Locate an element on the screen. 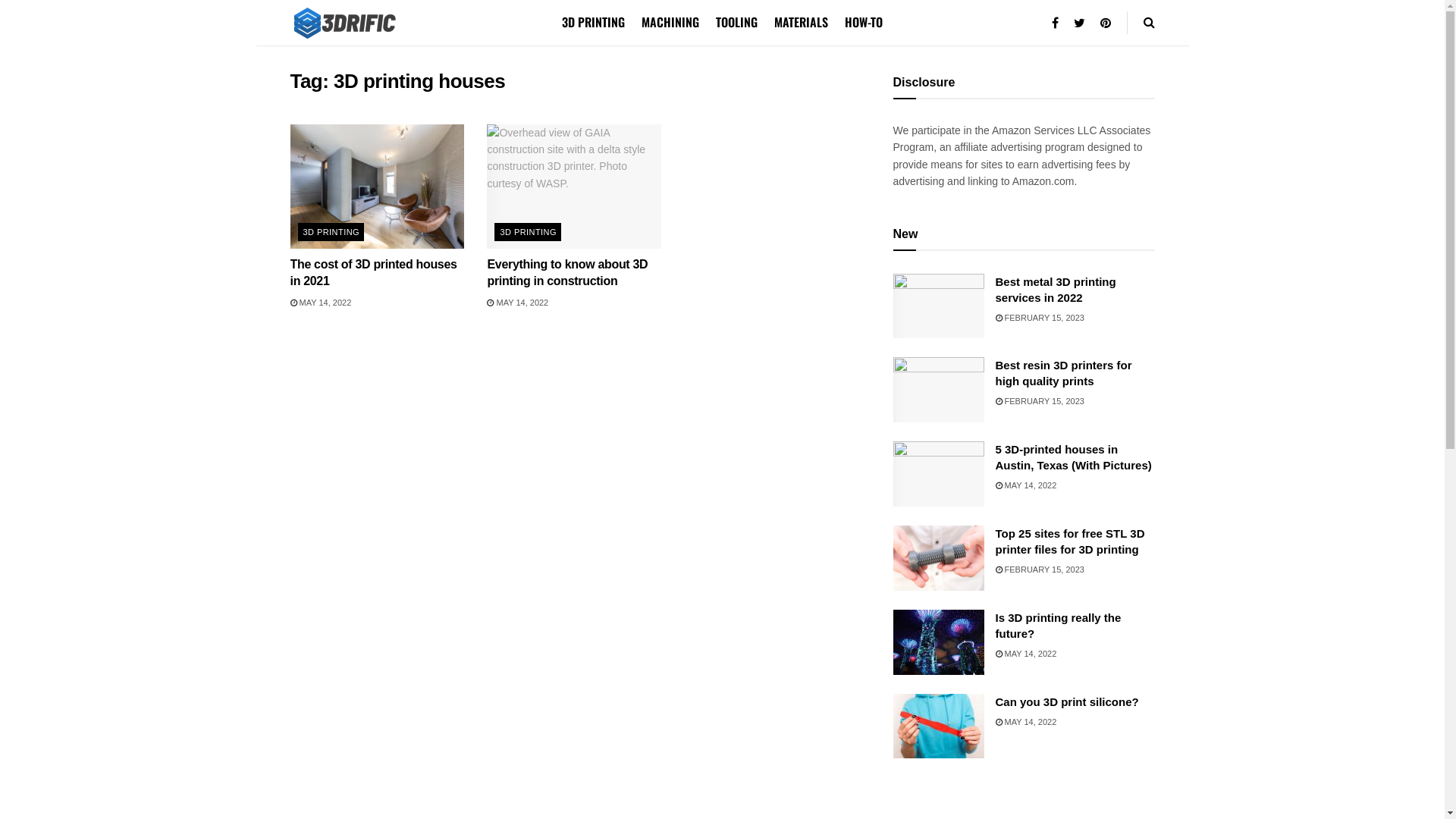 This screenshot has height=819, width=1456. '3D PRINTING' is located at coordinates (560, 22).